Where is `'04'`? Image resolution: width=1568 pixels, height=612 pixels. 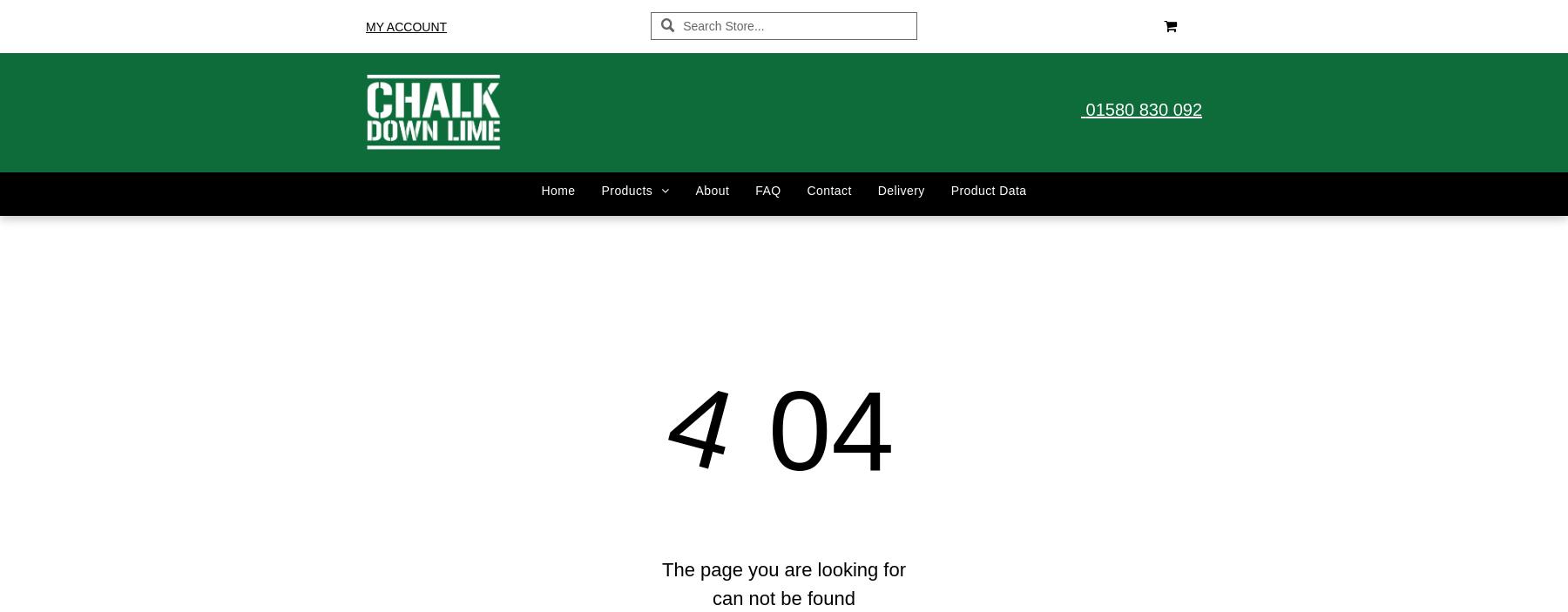
'04' is located at coordinates (814, 428).